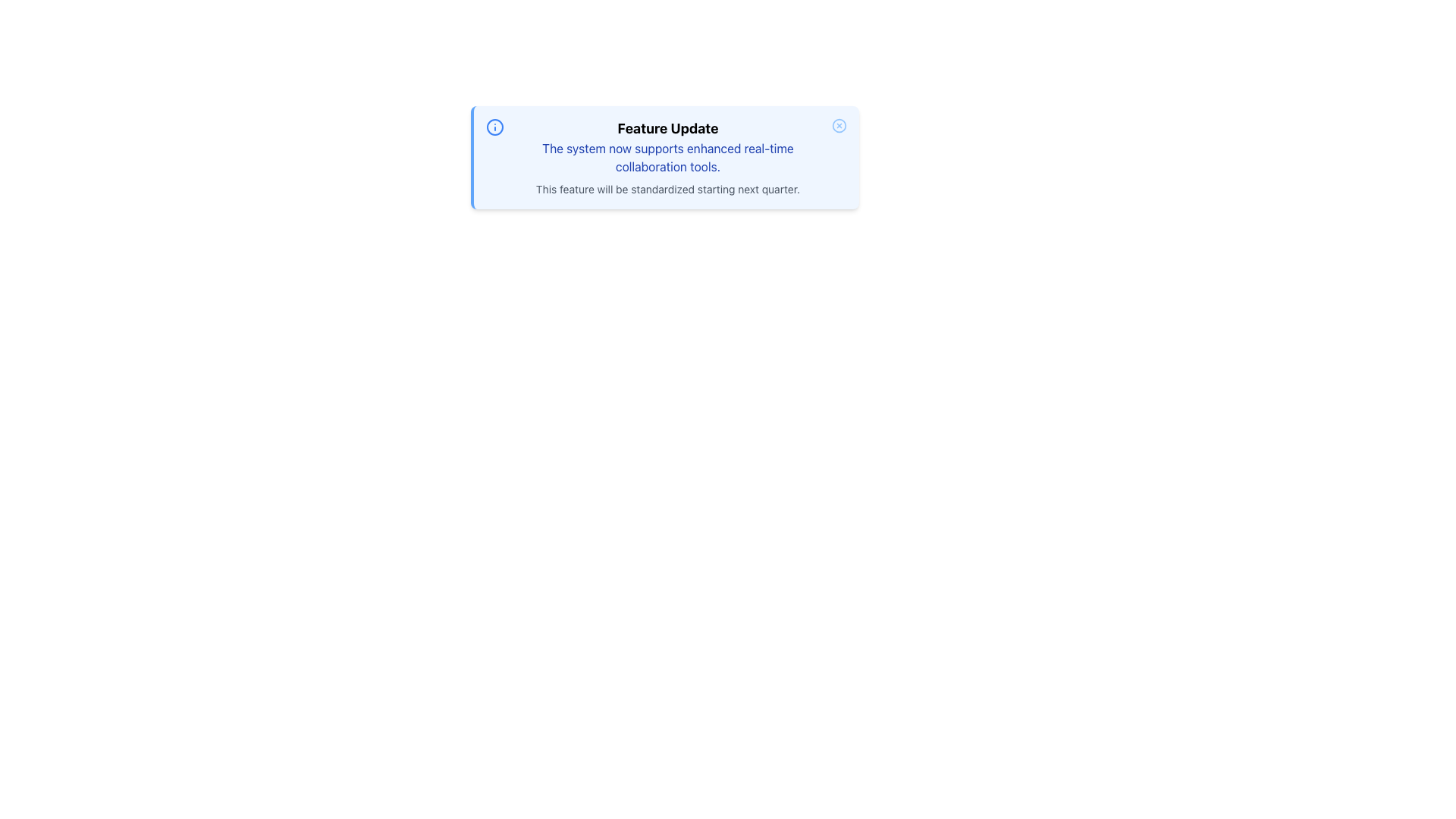 Image resolution: width=1456 pixels, height=819 pixels. I want to click on the Decorative Circle SVG Element located at the upper-right corner of the alert box, adjacent to the close icon, so click(839, 124).